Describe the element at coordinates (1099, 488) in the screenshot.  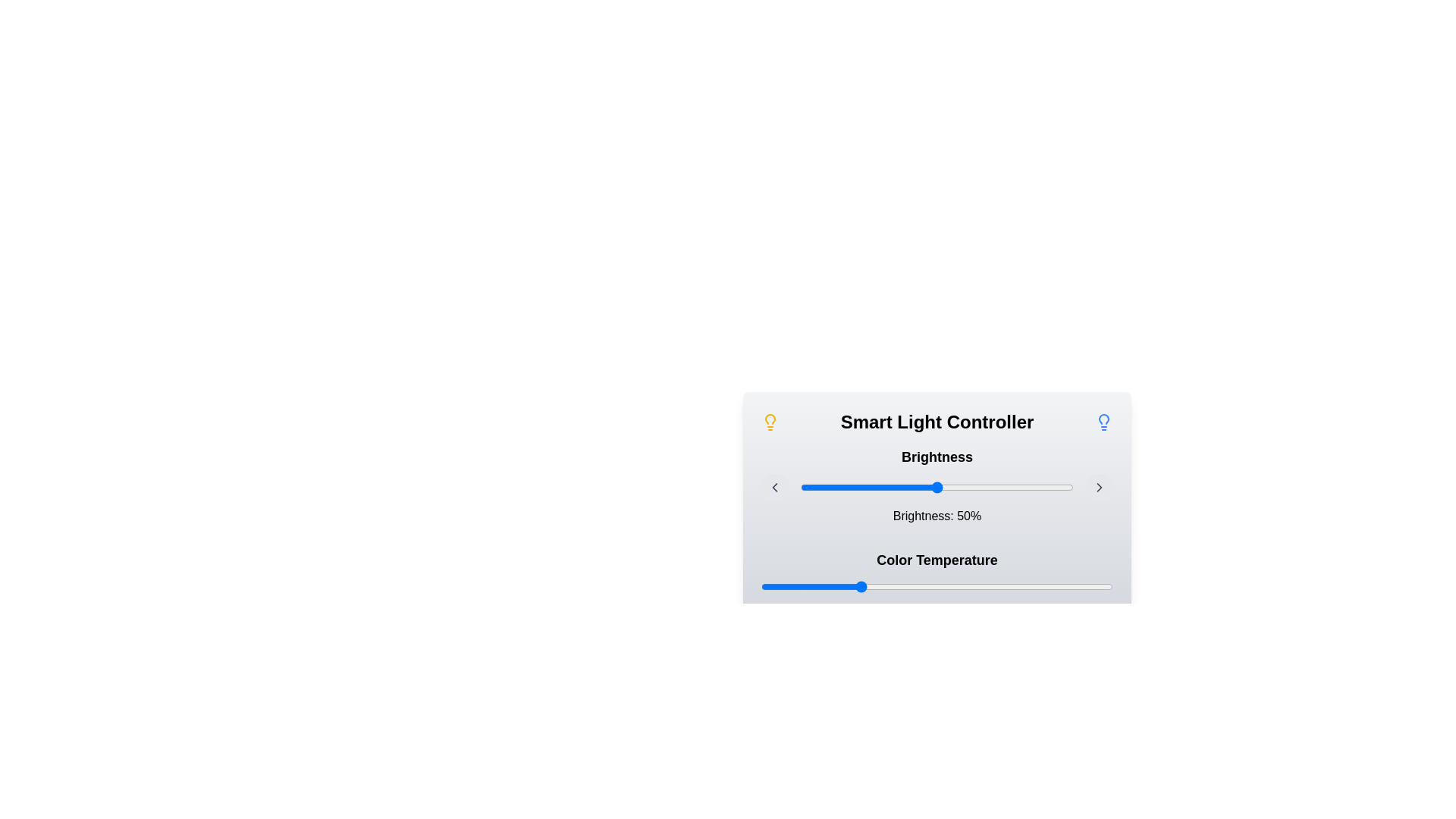
I see `the right-facing chevron icon located in the circular button at the top-right corner of the 'Smart Light Controller' interface` at that location.